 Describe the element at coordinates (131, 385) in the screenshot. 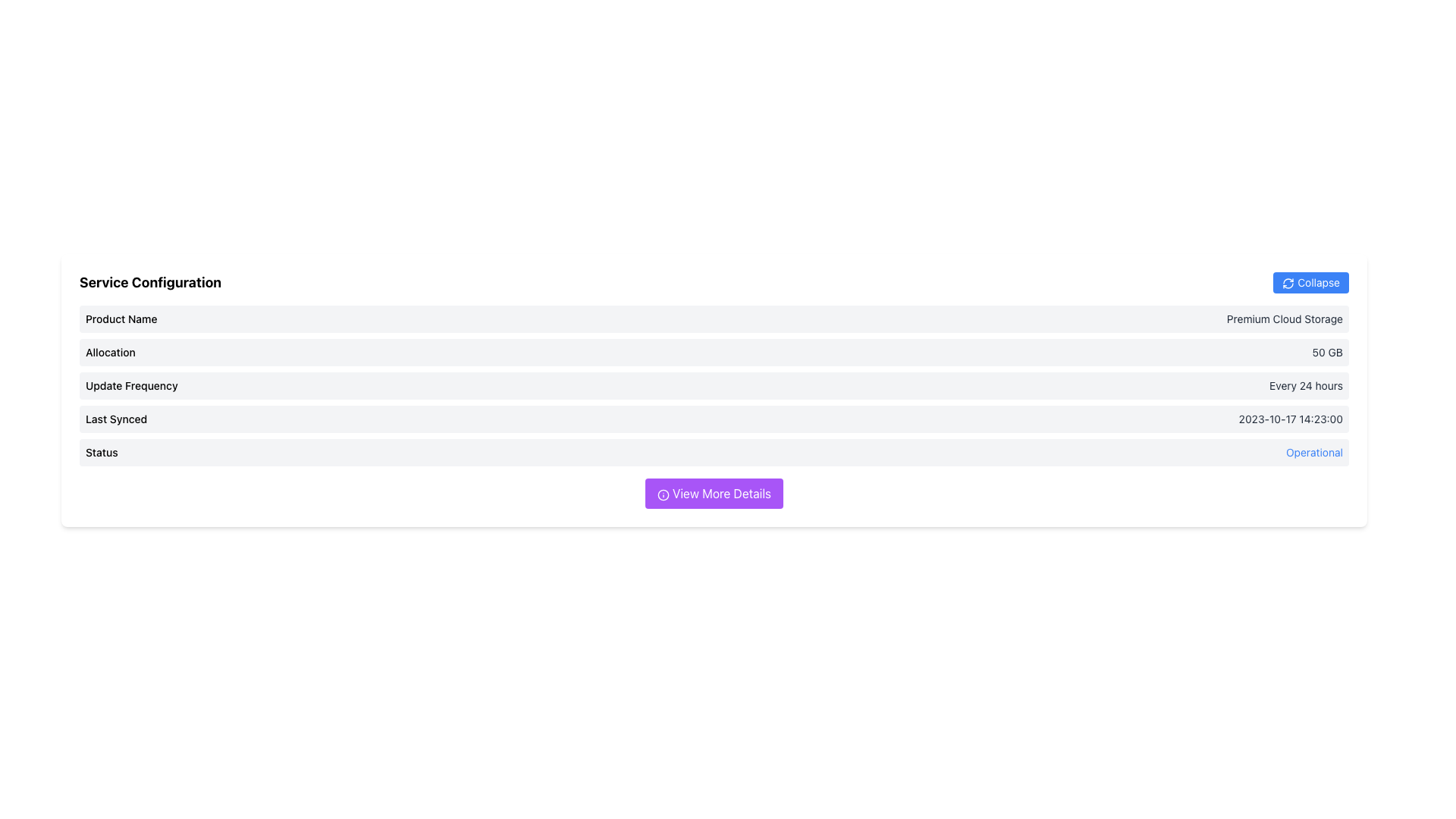

I see `the descriptive text label that provides a title for the information on its right, which is 'Every 24 hours', located in the 'Service Configuration' section` at that location.